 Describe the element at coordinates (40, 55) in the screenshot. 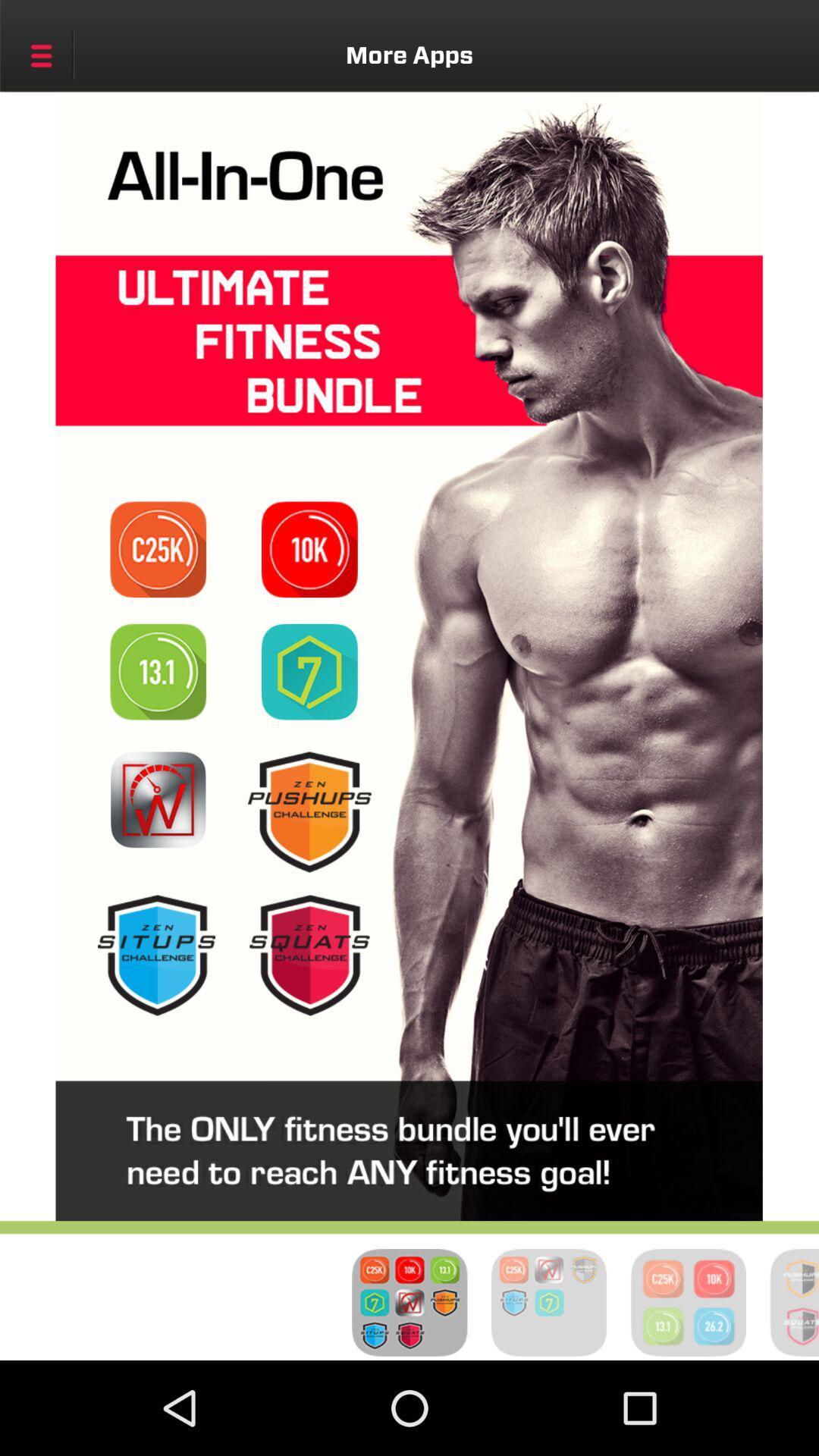

I see `open menu` at that location.